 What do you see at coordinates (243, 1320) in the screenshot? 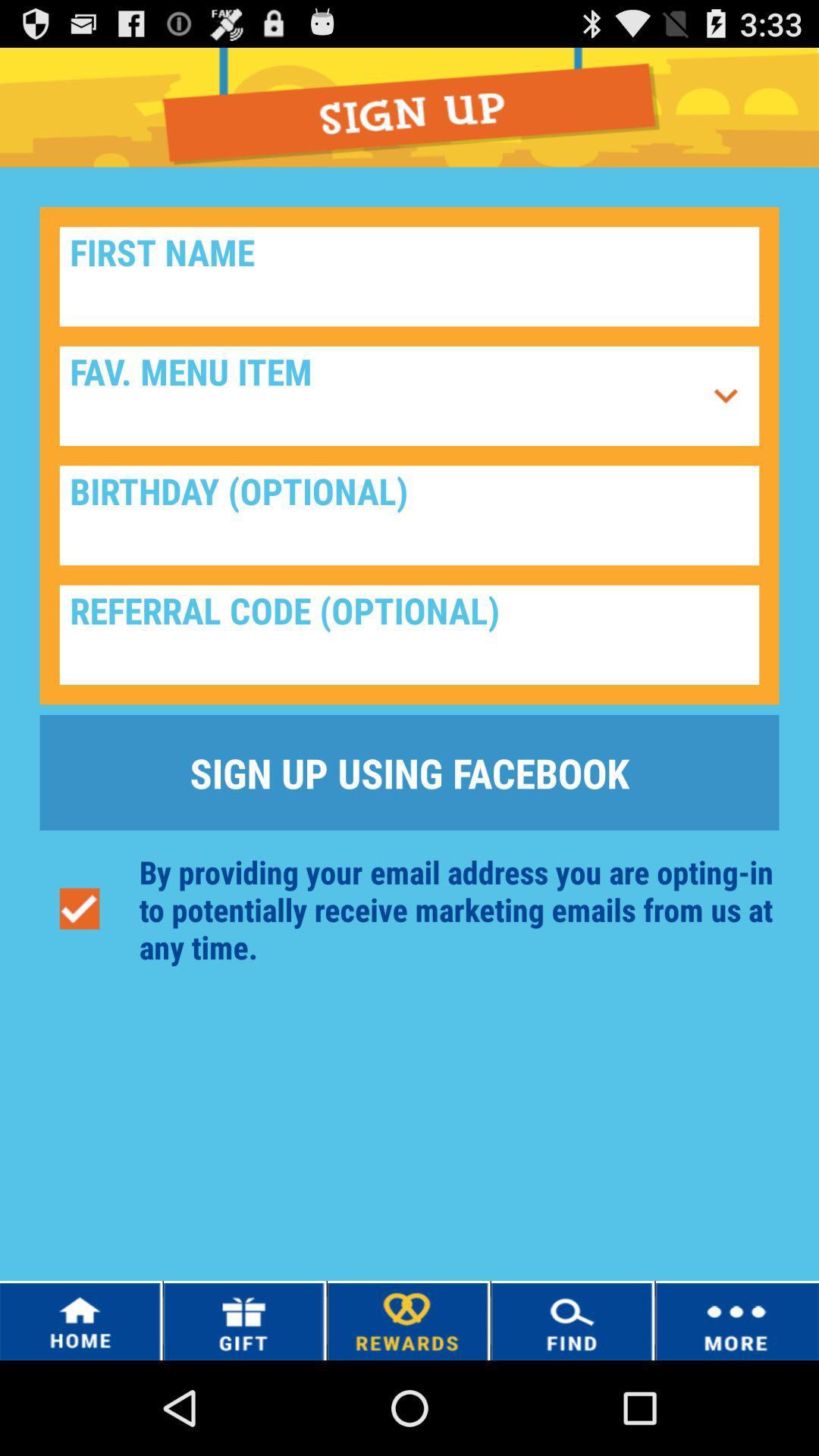
I see `the option right  side of home option` at bounding box center [243, 1320].